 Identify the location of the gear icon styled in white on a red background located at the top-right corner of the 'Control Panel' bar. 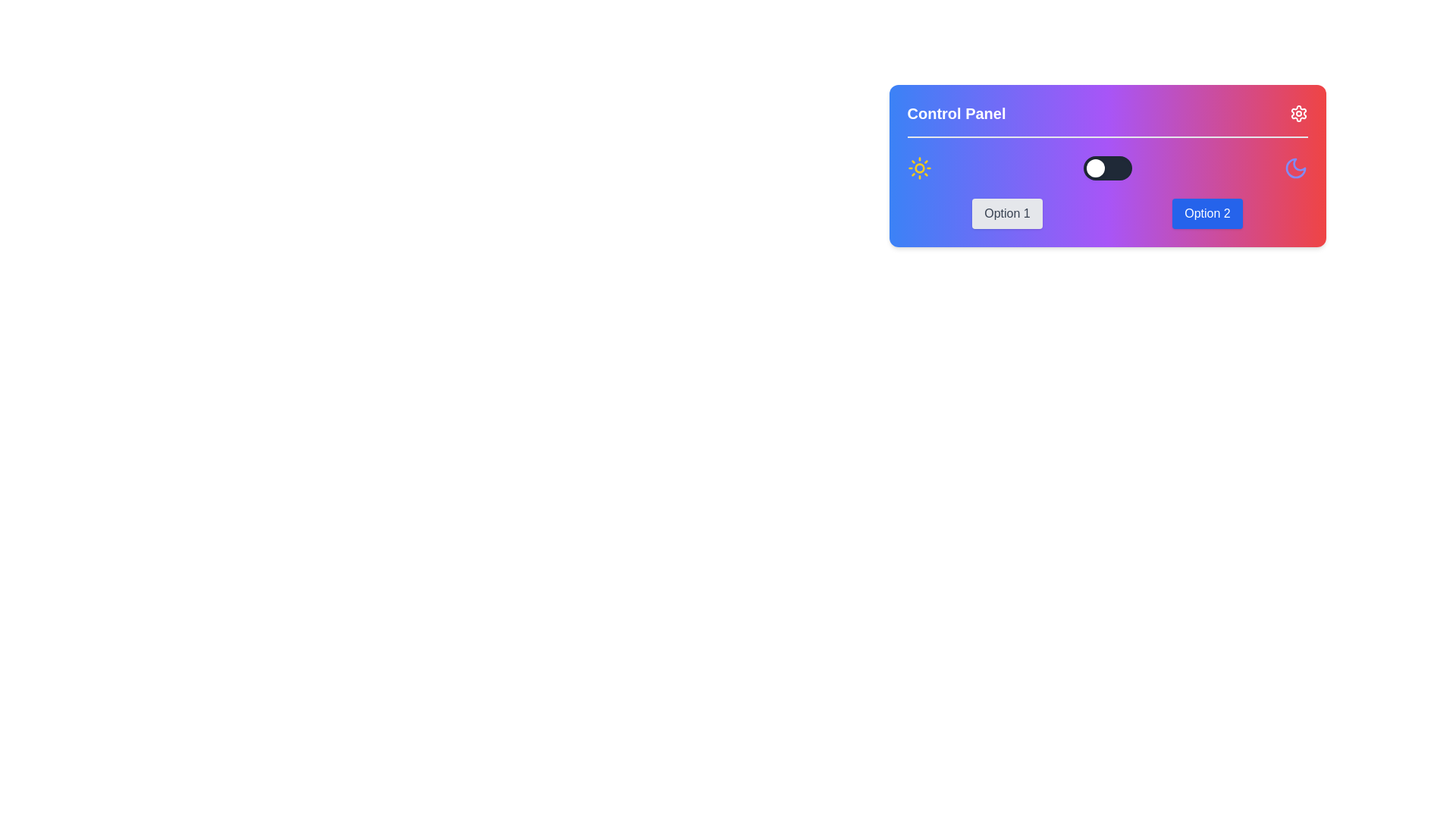
(1298, 113).